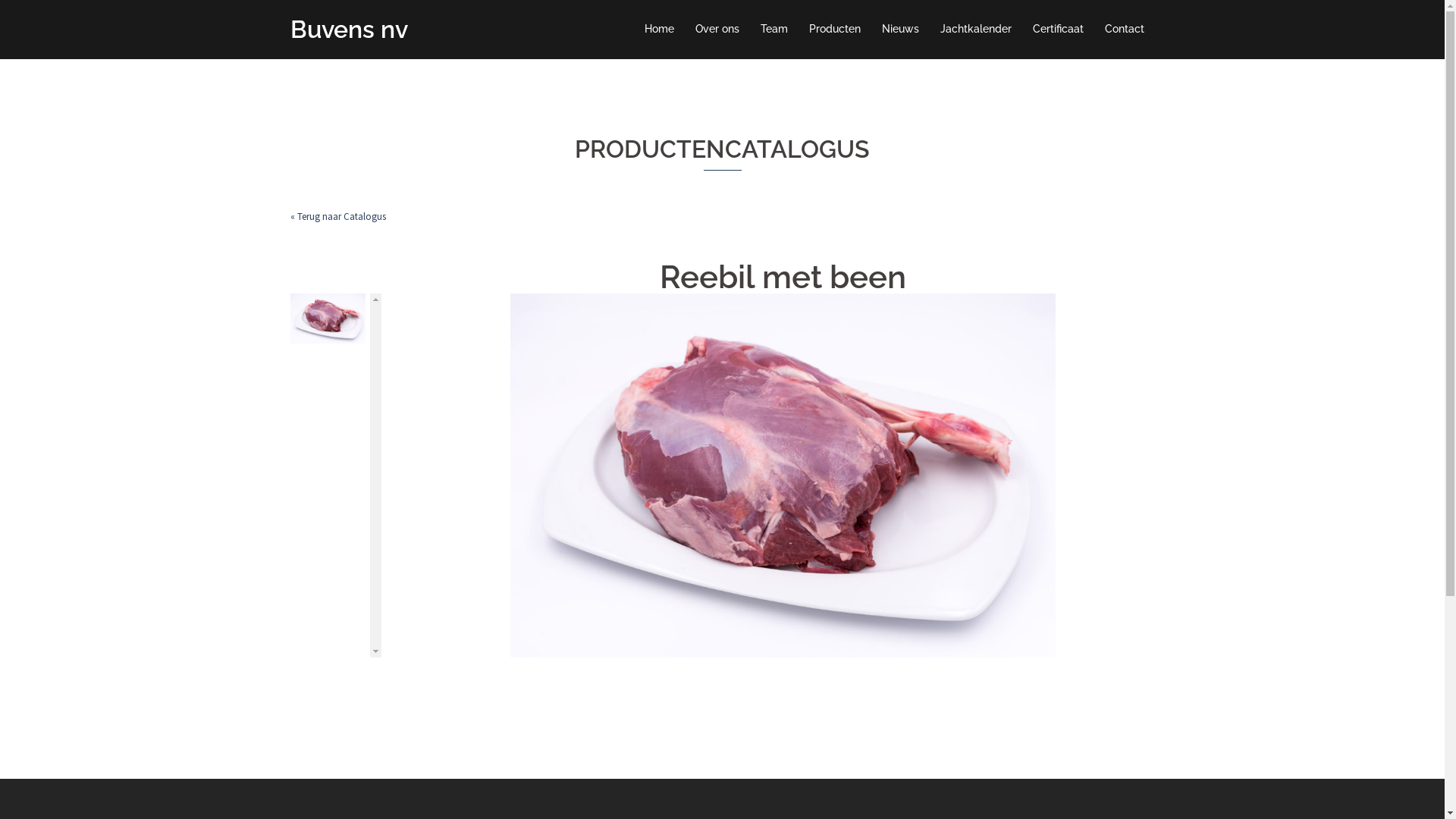  What do you see at coordinates (773, 29) in the screenshot?
I see `'Team'` at bounding box center [773, 29].